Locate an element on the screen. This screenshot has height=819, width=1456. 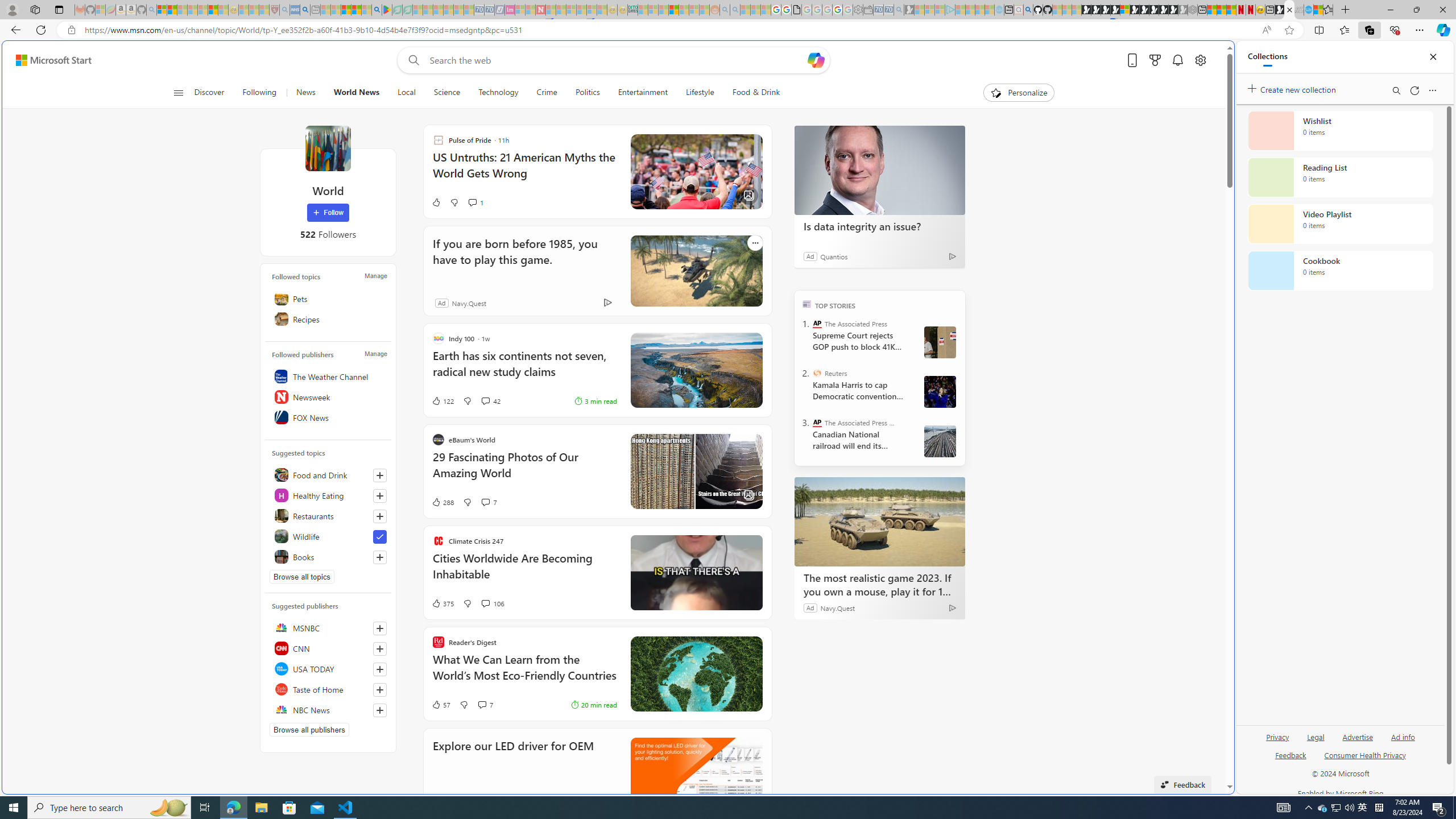
'Healthy Eating' is located at coordinates (327, 495).